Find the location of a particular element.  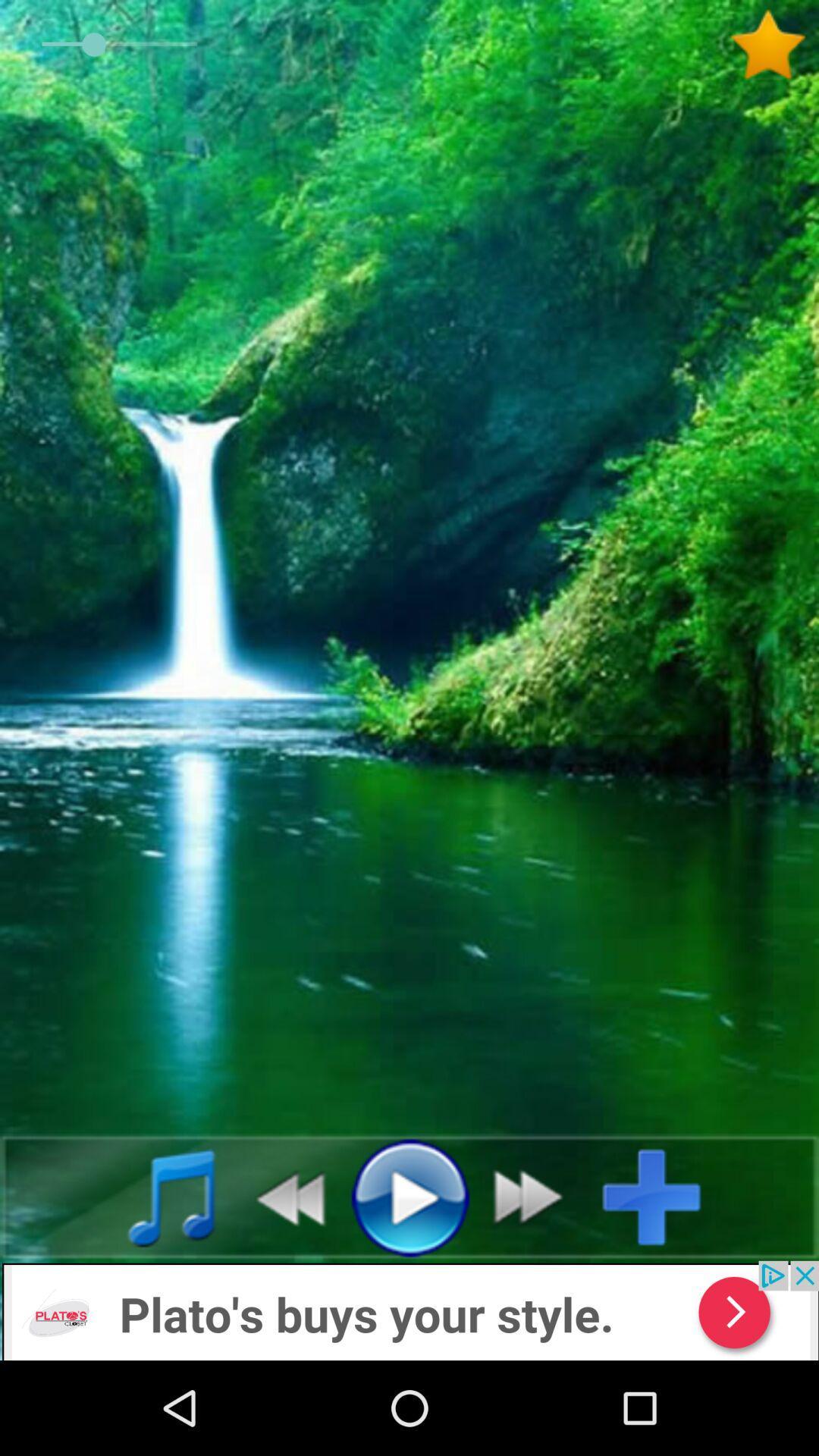

the av_rewind icon is located at coordinates (281, 1196).